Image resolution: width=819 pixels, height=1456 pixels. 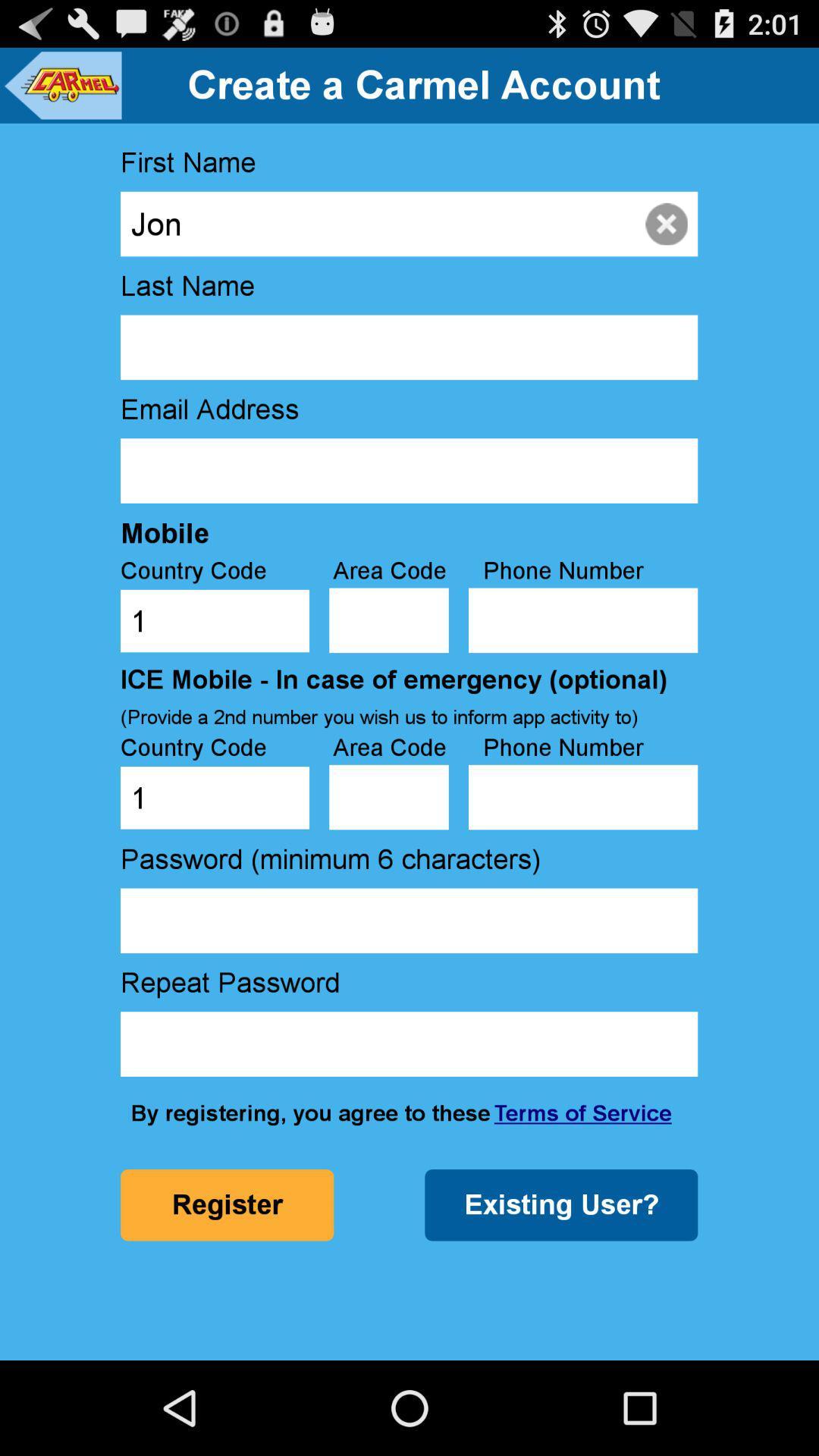 What do you see at coordinates (408, 347) in the screenshot?
I see `the item above the email address` at bounding box center [408, 347].